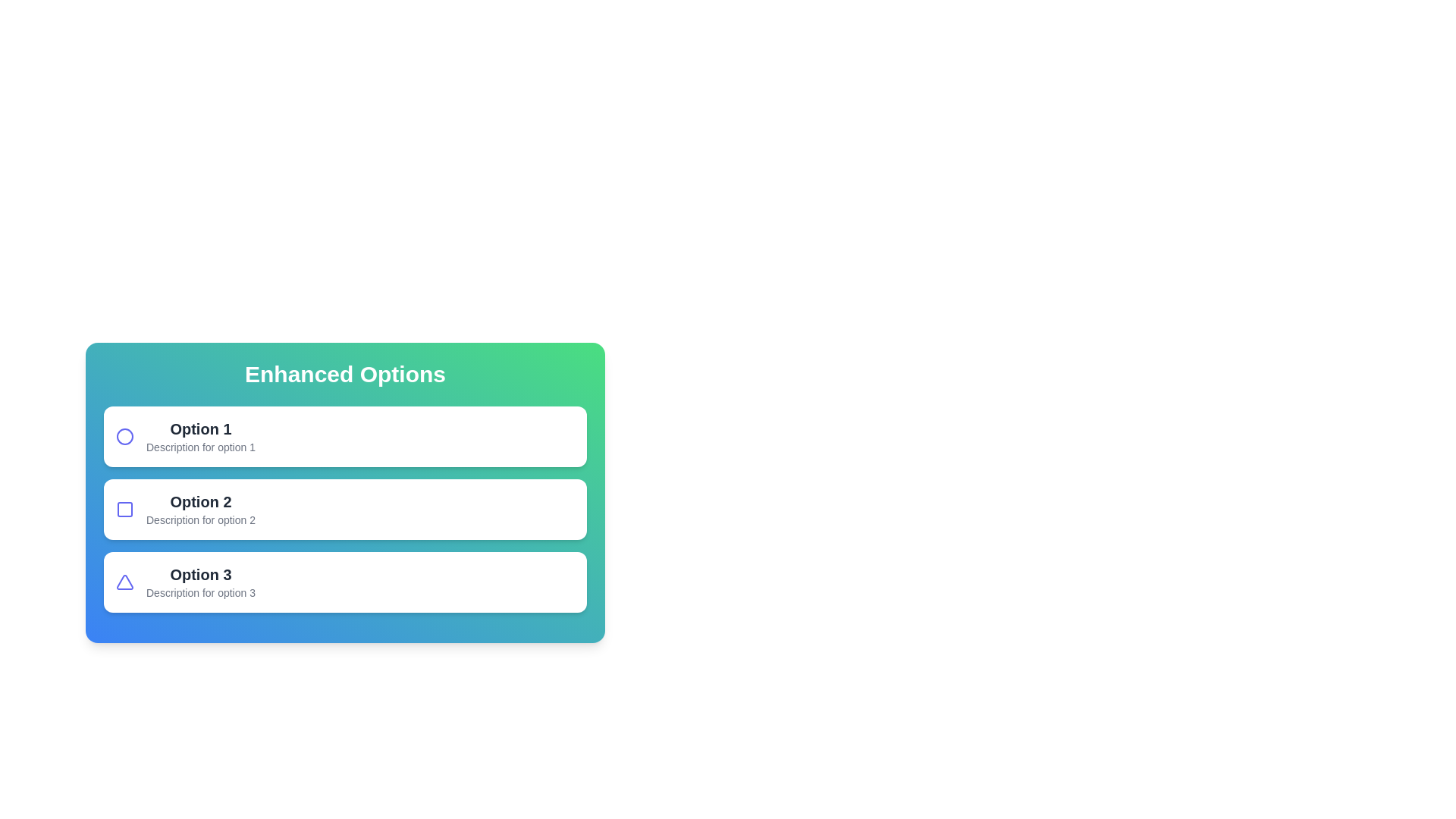 This screenshot has width=1456, height=819. I want to click on the text label displaying 'Option 2', which is styled in a larger, bold font and dark gray color, located as the second option in a vertically aligned list, so click(199, 502).